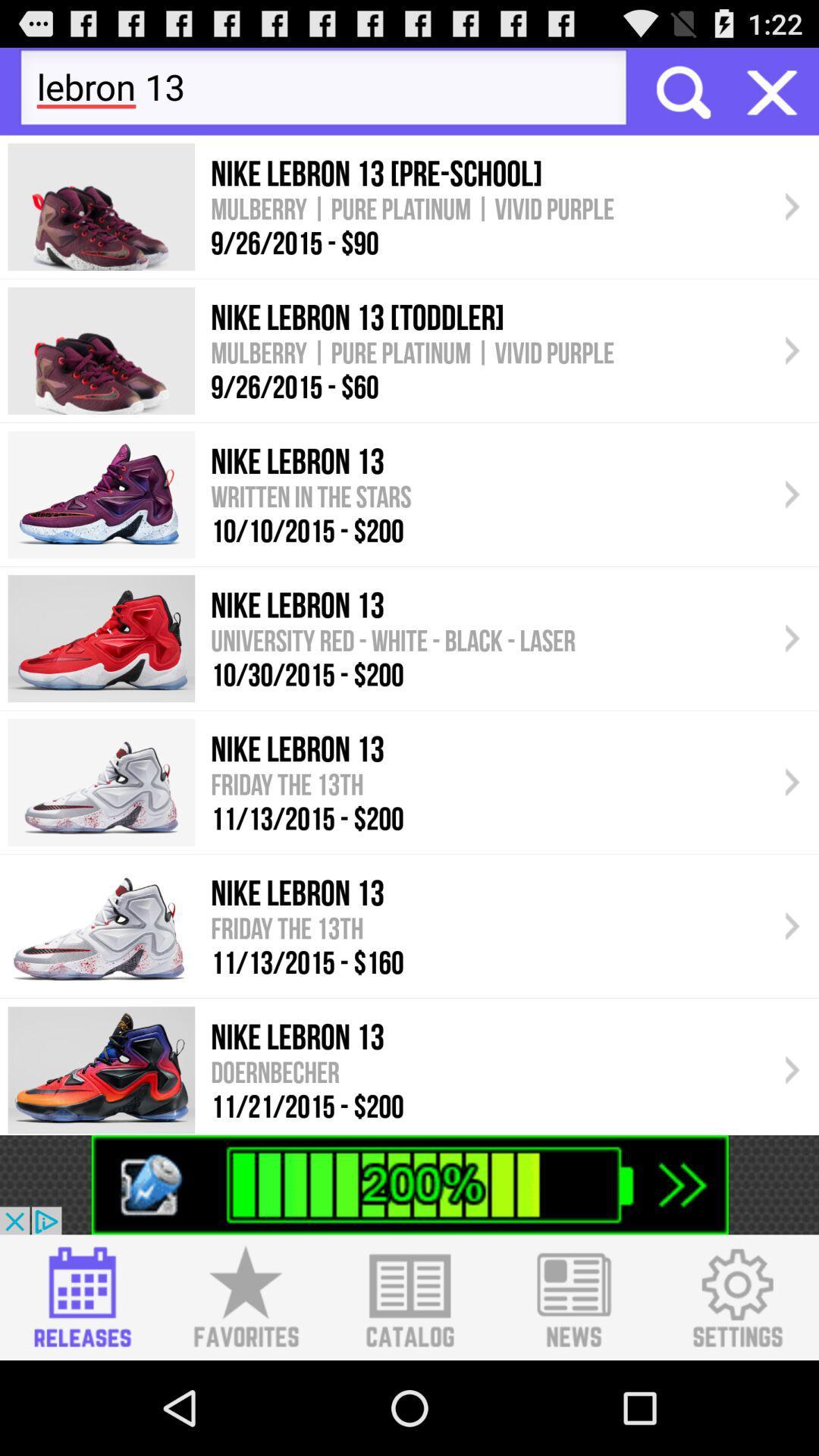 Image resolution: width=819 pixels, height=1456 pixels. What do you see at coordinates (681, 90) in the screenshot?
I see `search` at bounding box center [681, 90].